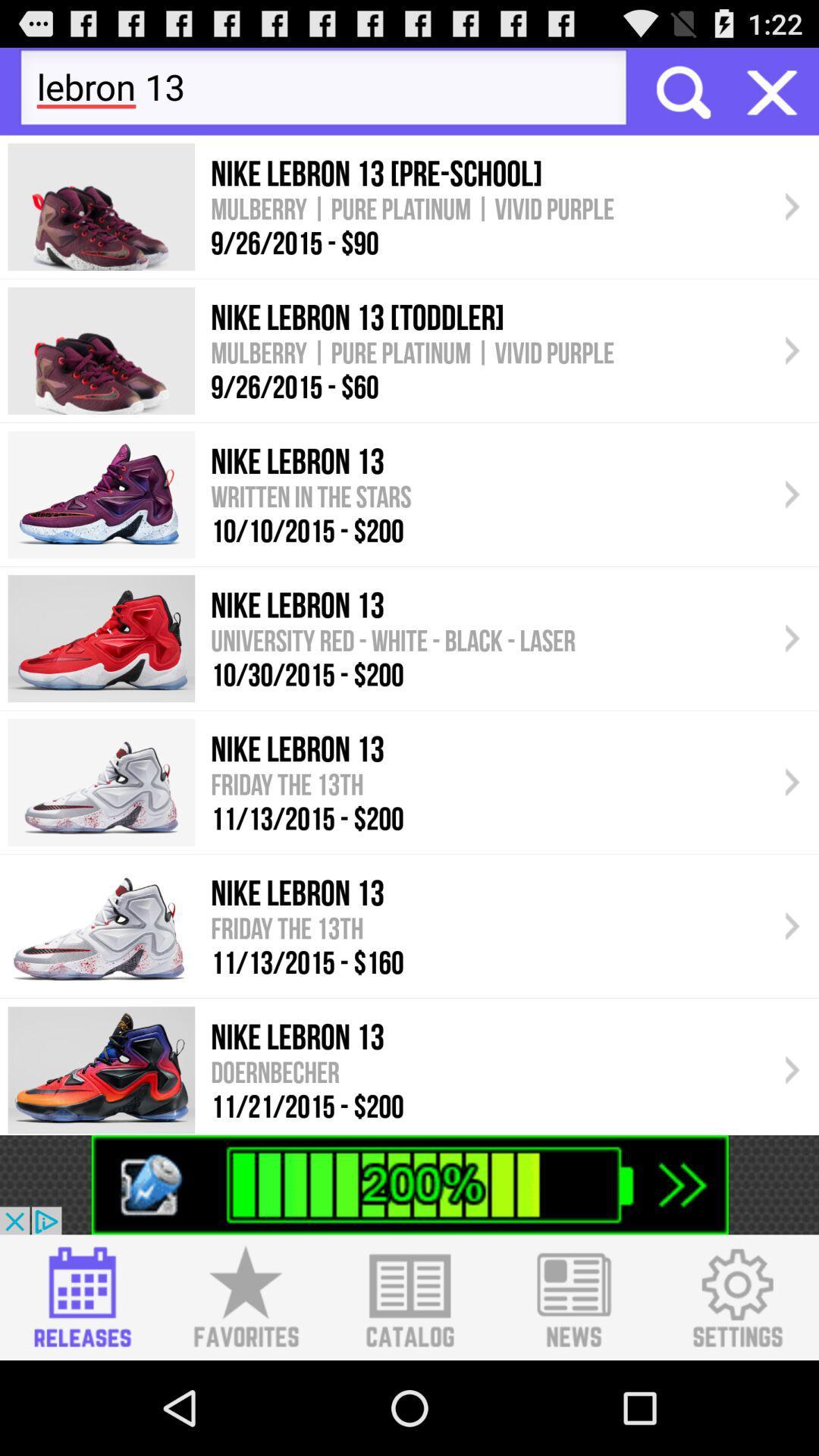 Image resolution: width=819 pixels, height=1456 pixels. What do you see at coordinates (681, 90) in the screenshot?
I see `search` at bounding box center [681, 90].